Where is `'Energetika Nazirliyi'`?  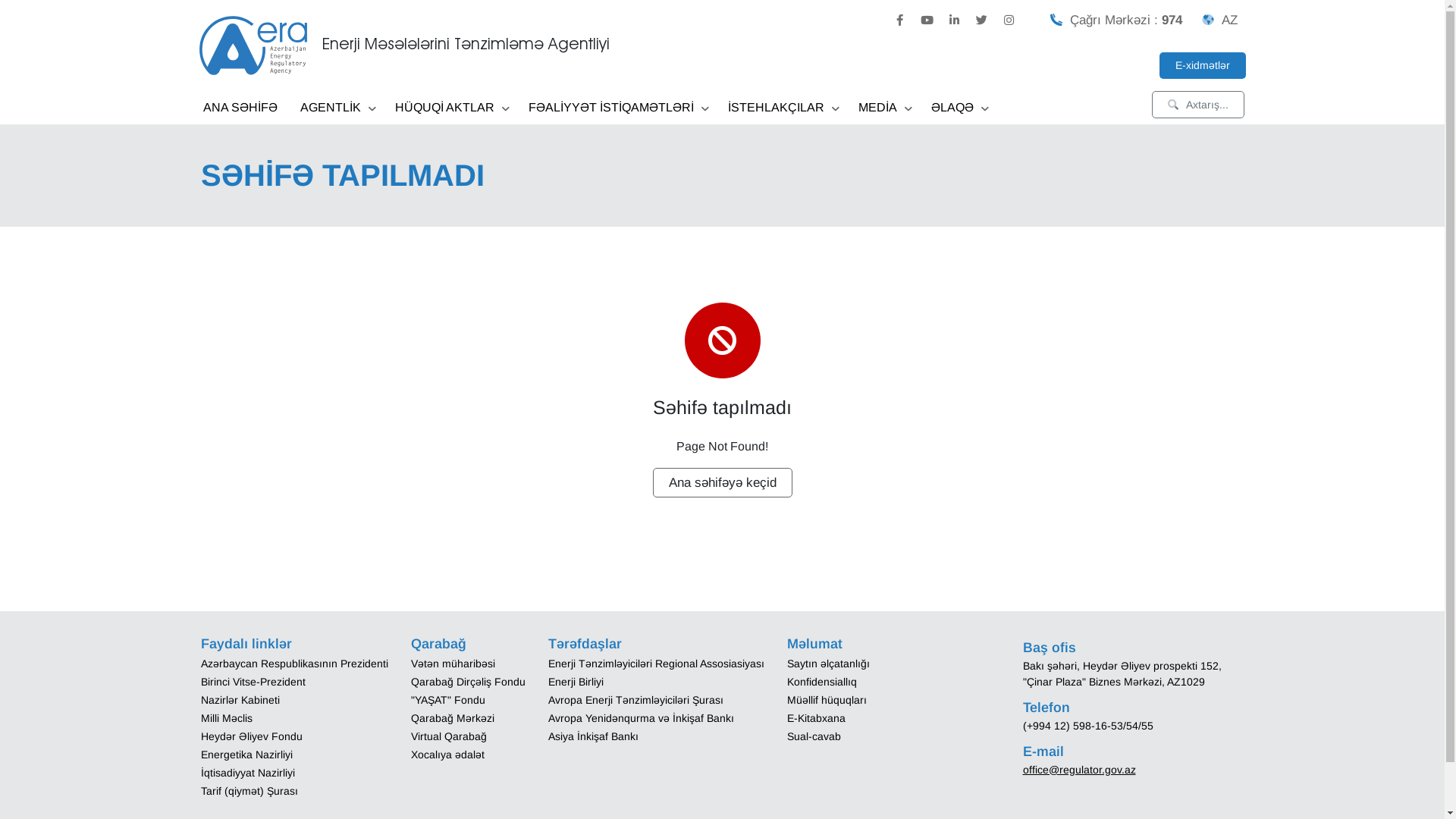
'Energetika Nazirliyi' is located at coordinates (246, 754).